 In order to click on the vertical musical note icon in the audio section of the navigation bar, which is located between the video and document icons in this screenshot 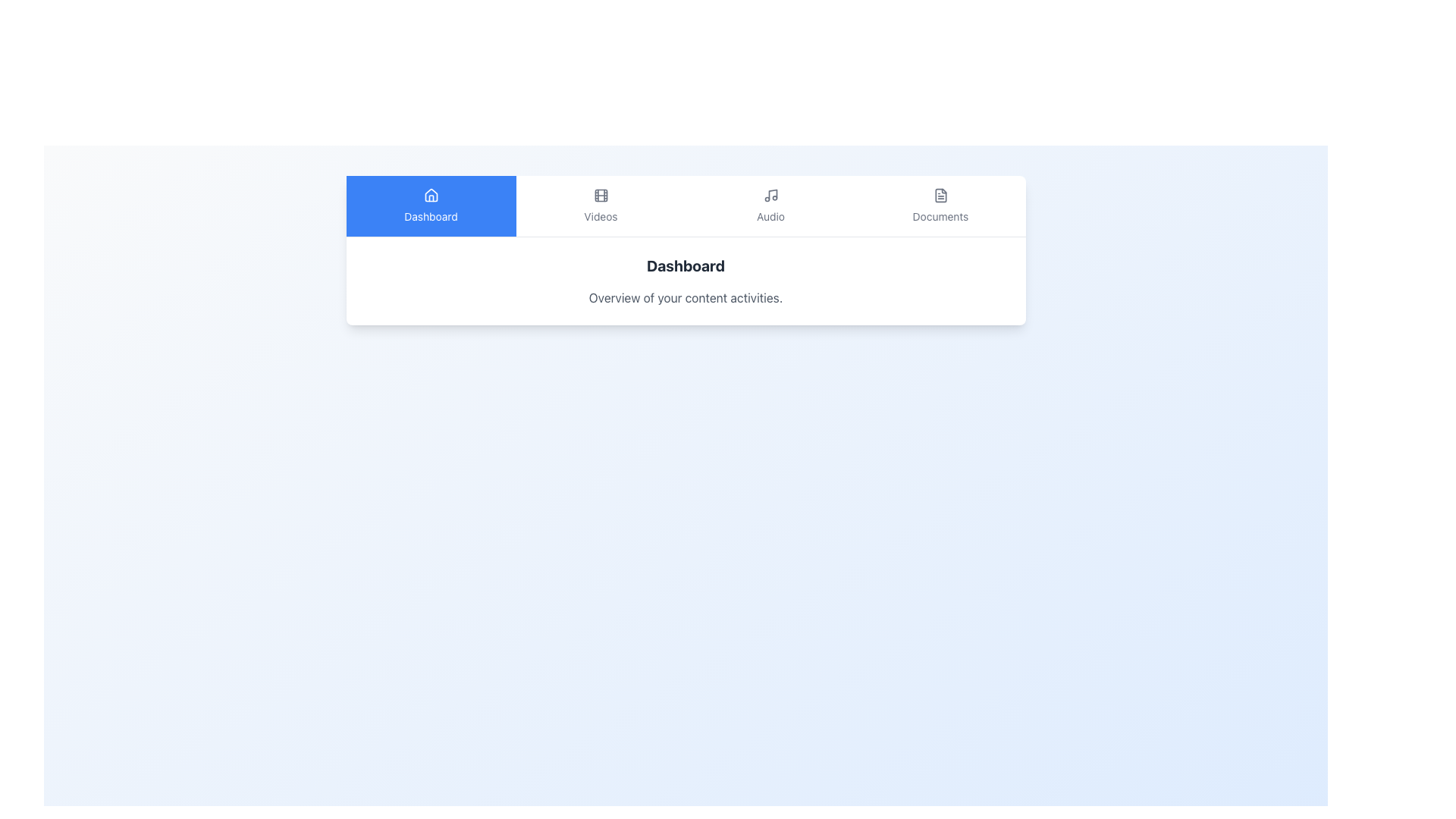, I will do `click(772, 193)`.